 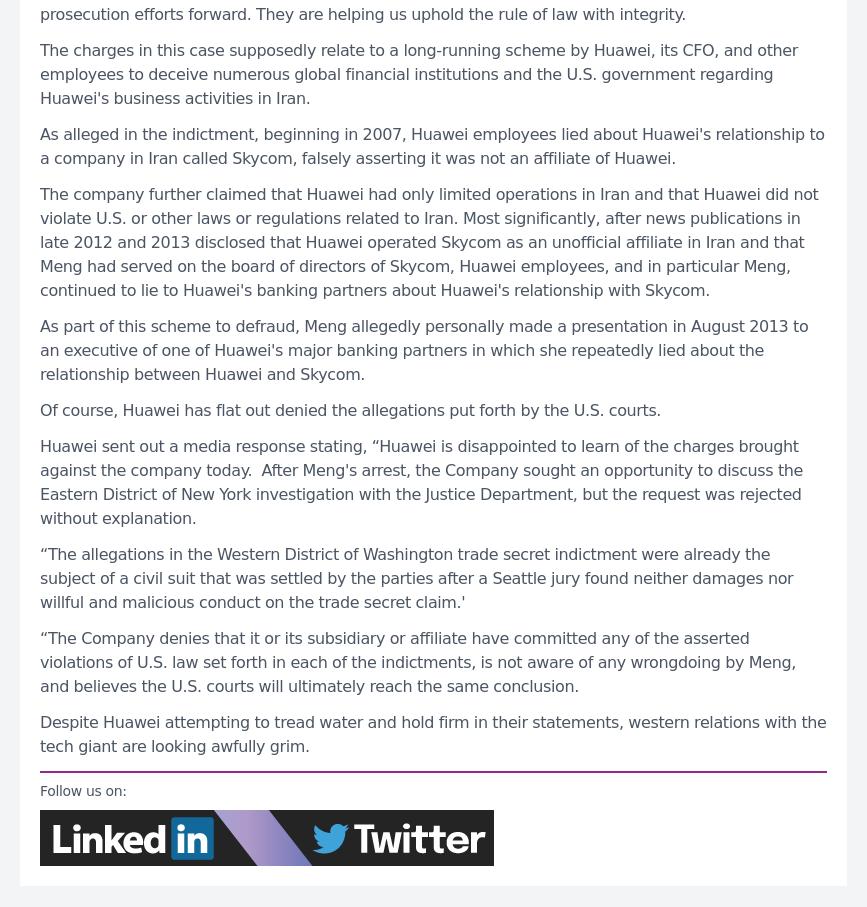 I want to click on 'The company further claimed that Huawei had only limited operations in Iran and that Huawei did not violate U.S. or other laws or regulations related to Iran. Most significantly, after news publications in late 2012 and 2013 disclosed that Huawei operated Skycom as an unofficial affiliate in Iran and that Meng had served on the board of directors of Skycom, Huawei employees, and in particular Meng, continued to lie to Huawei's banking partners about Huawei's relationship with Skycom.', so click(x=428, y=241).